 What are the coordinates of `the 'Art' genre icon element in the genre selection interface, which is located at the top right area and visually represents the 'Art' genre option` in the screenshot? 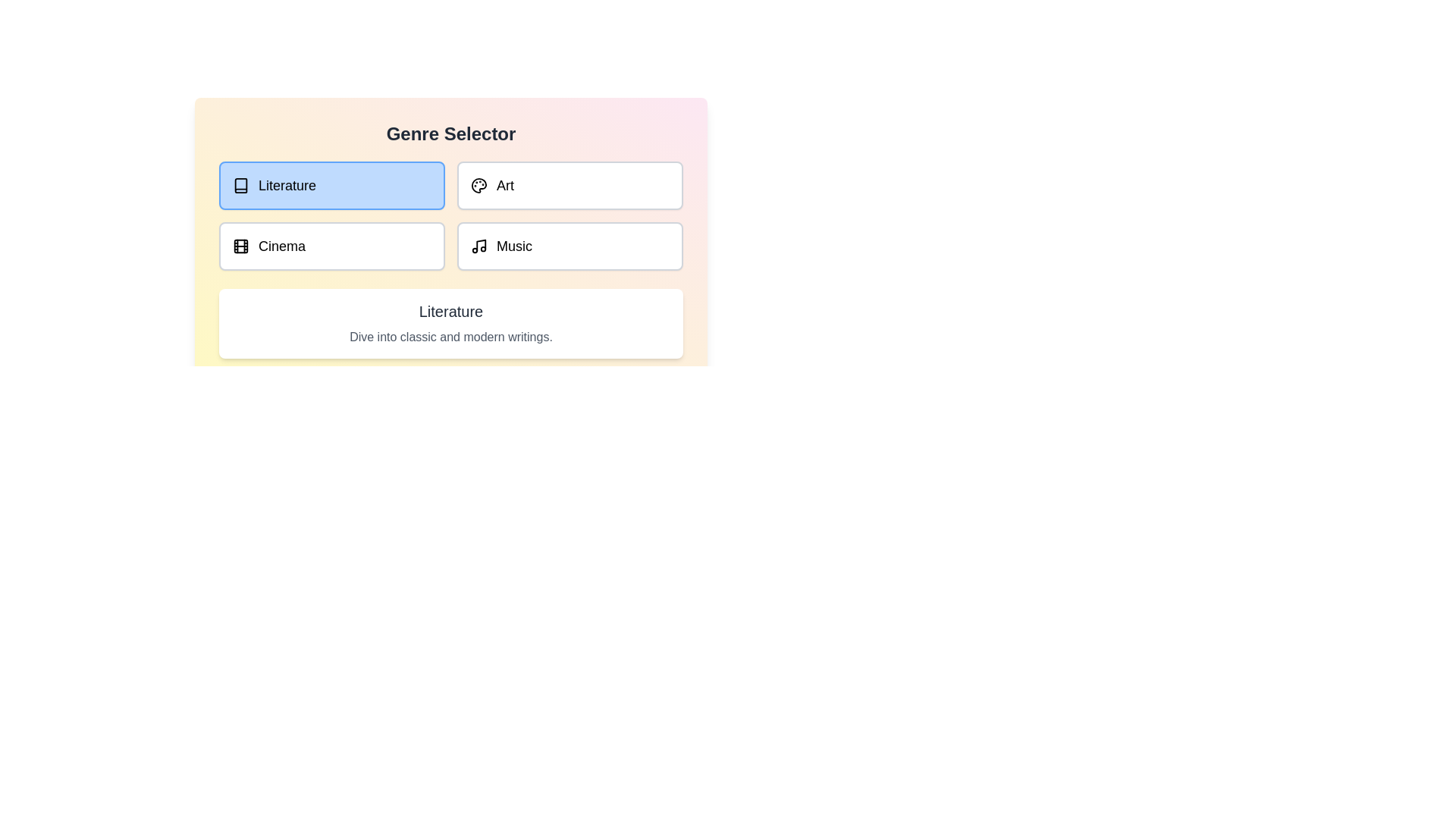 It's located at (479, 185).